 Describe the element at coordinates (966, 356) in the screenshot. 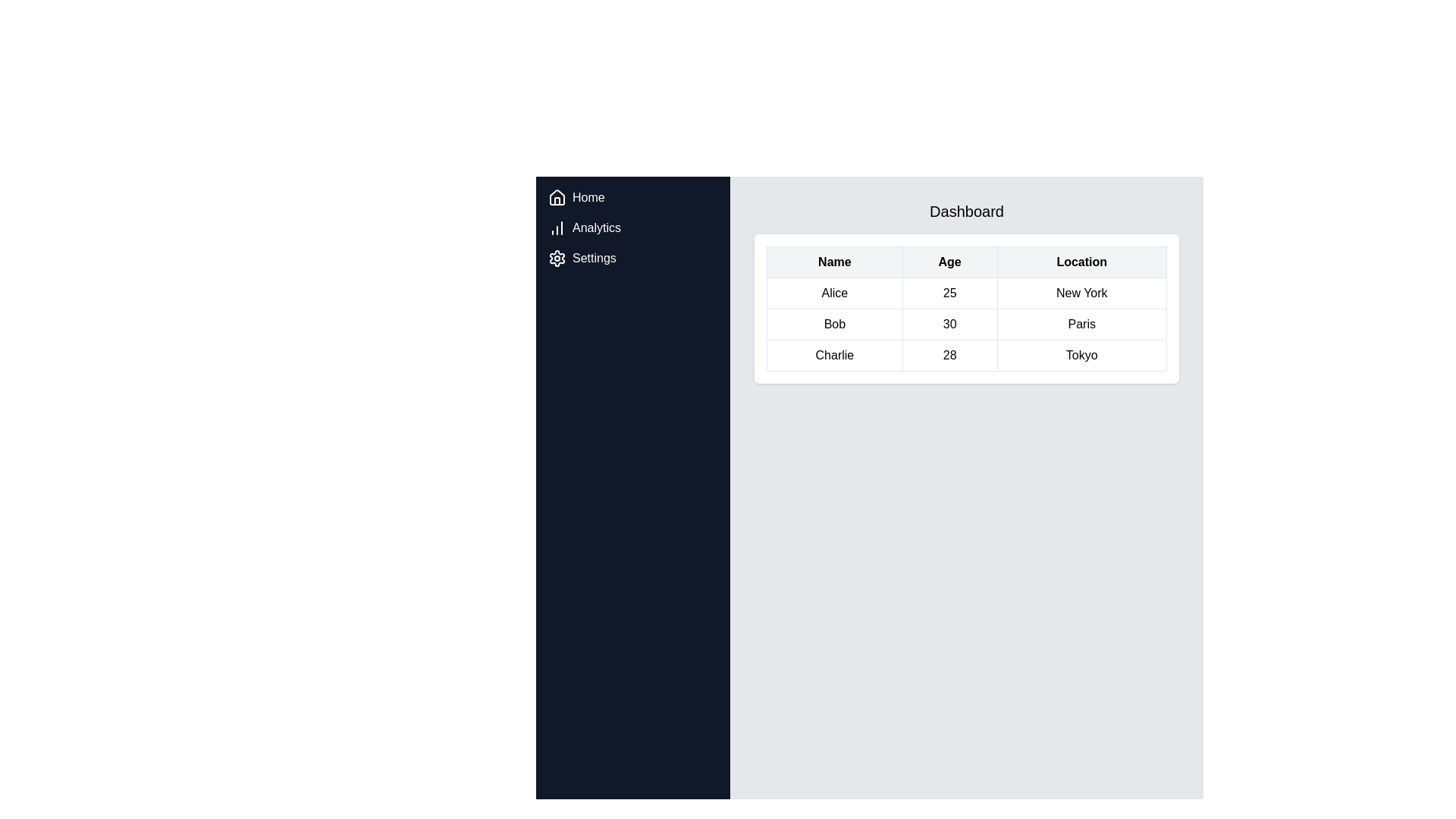

I see `the table row displaying the name 'Charlie', age '28', and location 'Tokyo'` at that location.